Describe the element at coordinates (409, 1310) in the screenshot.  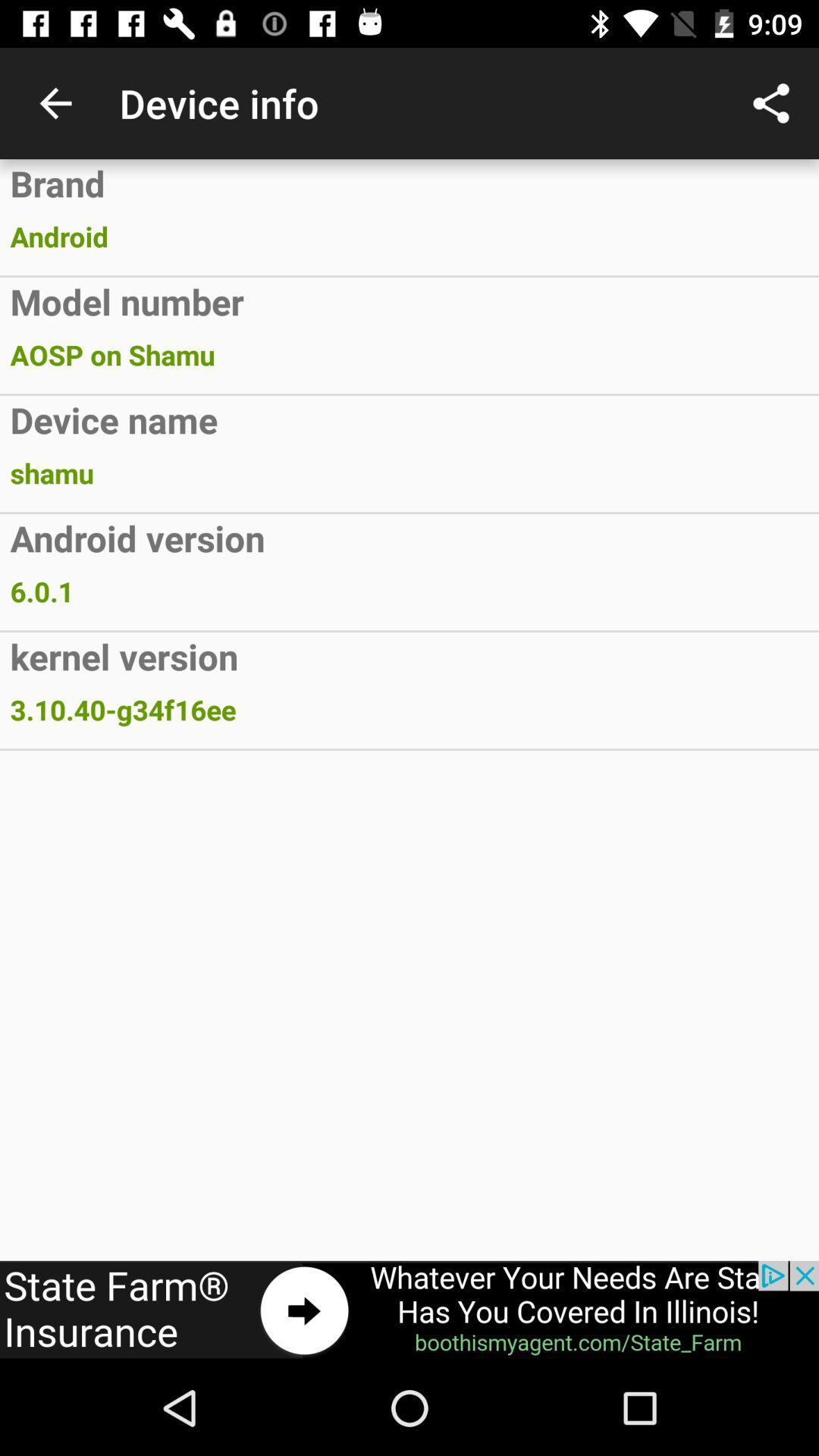
I see `open advertisement` at that location.